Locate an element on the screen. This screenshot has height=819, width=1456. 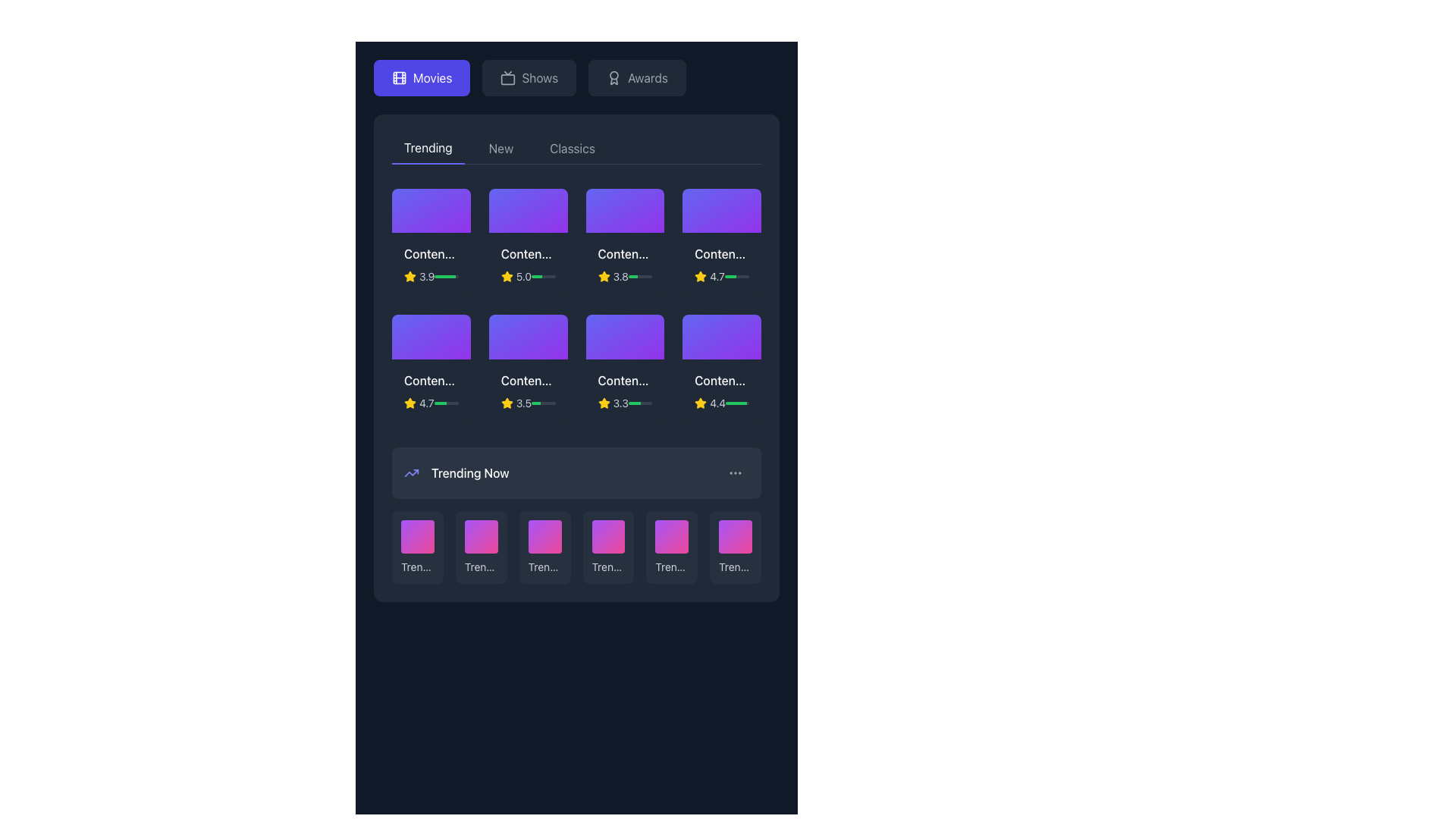
the rectangular button labeled 'Trending #4' with a gradient background is located at coordinates (608, 547).